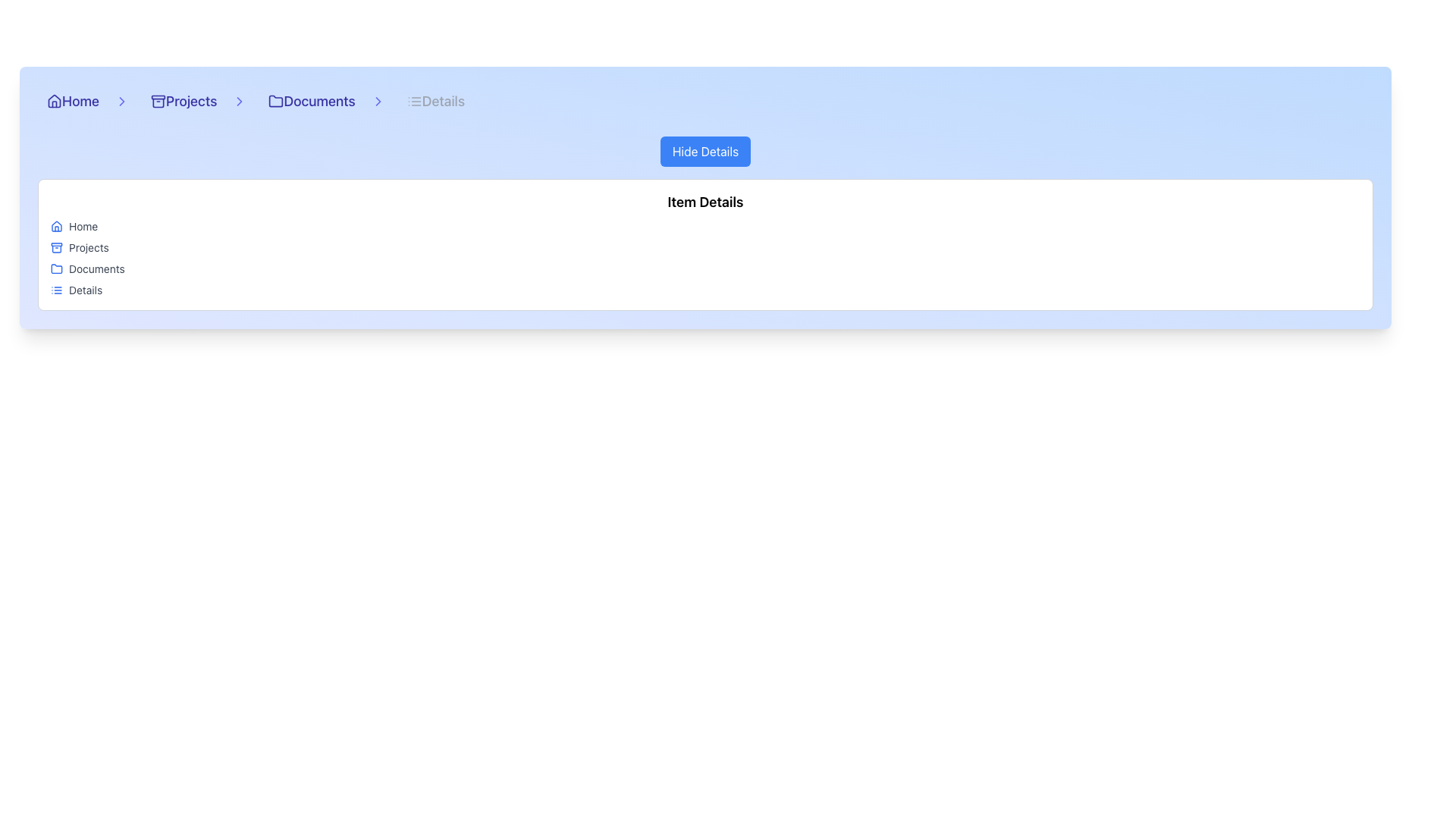 The width and height of the screenshot is (1456, 819). I want to click on the 'Home' icon located at the beginning of the breadcrumb navigation bar, so click(55, 102).